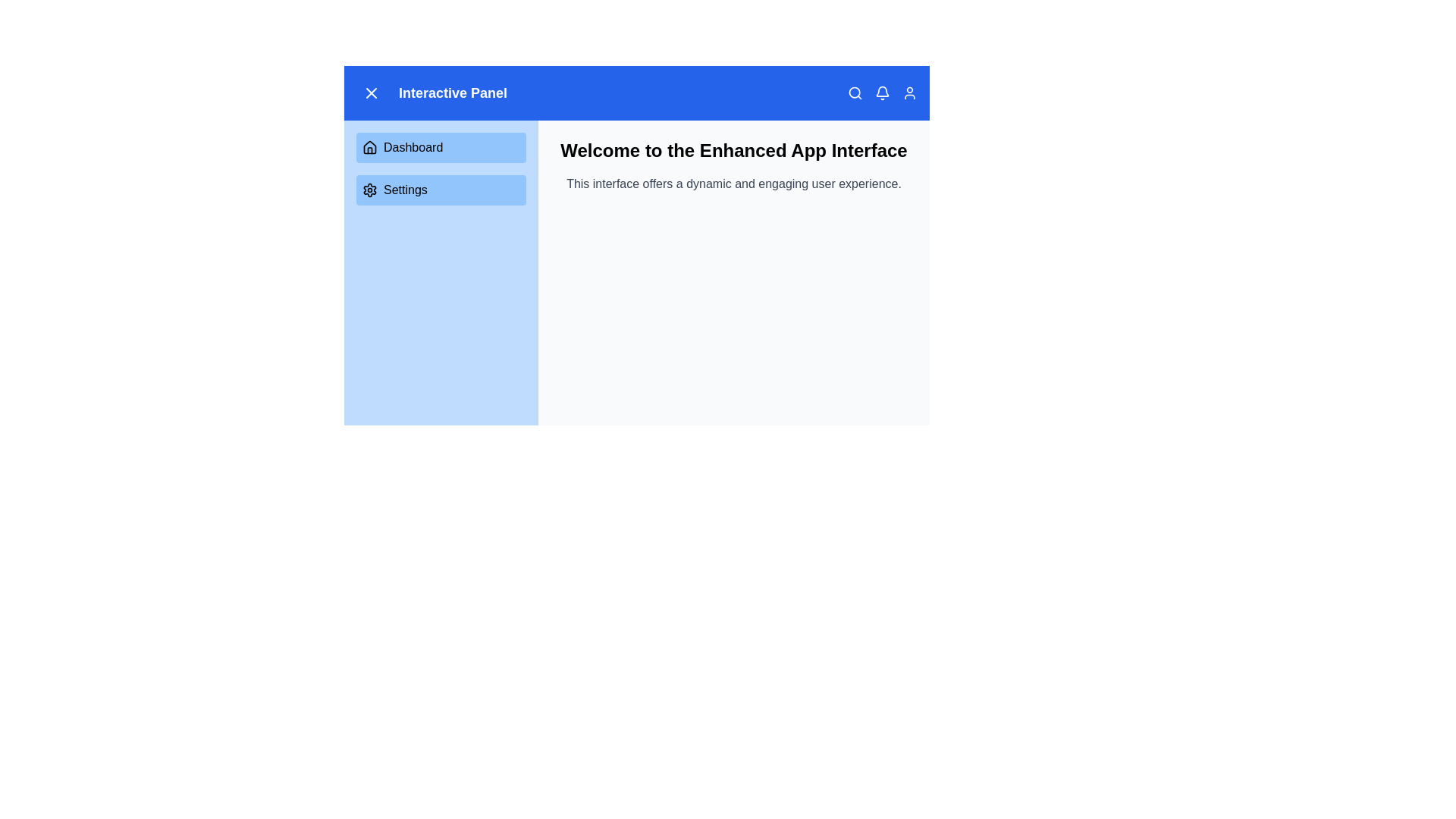  Describe the element at coordinates (882, 91) in the screenshot. I see `the bell icon in the top-right corner of the application's header bar, which represents notifications` at that location.